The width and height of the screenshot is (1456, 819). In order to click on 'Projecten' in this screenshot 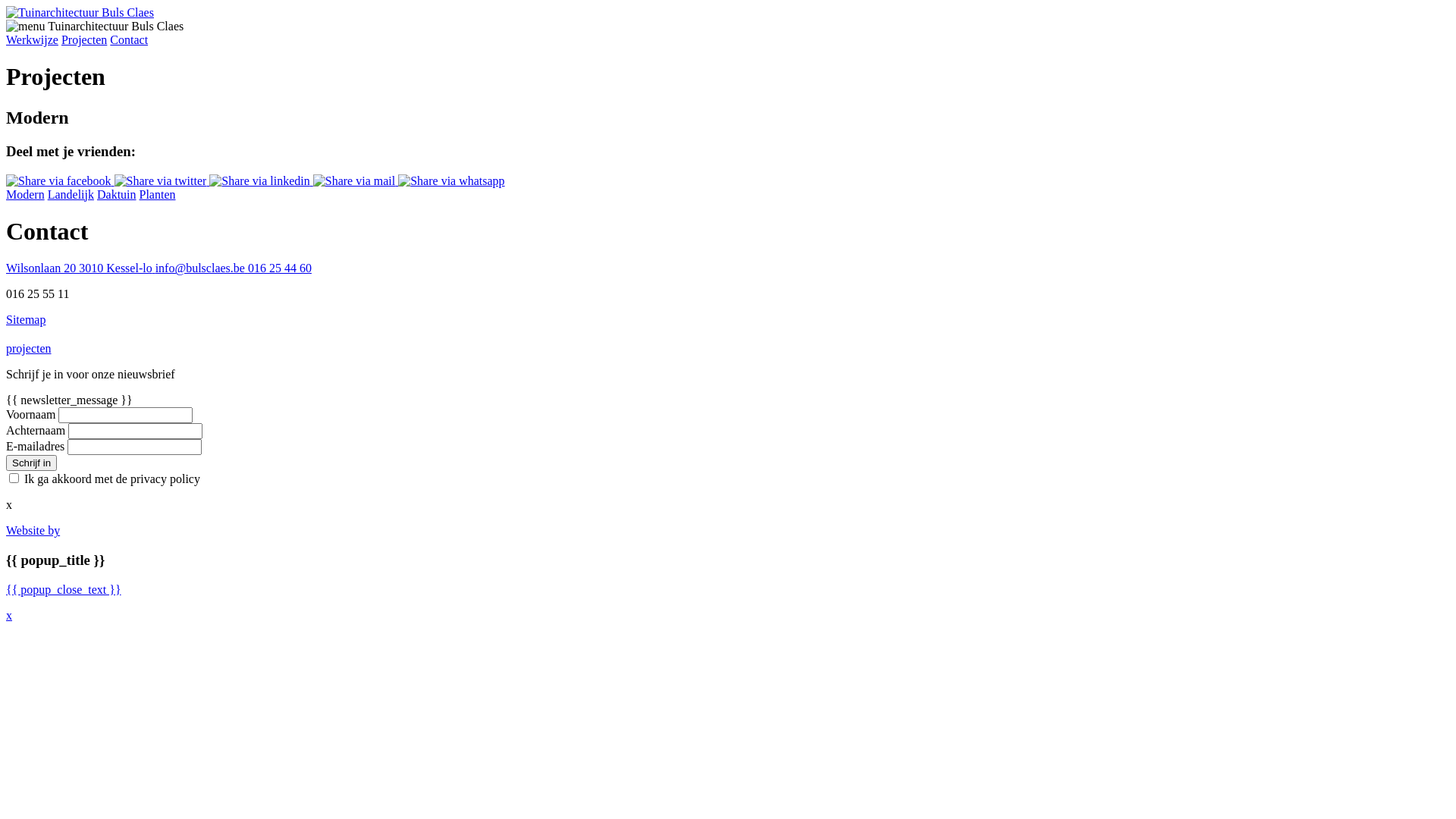, I will do `click(83, 39)`.